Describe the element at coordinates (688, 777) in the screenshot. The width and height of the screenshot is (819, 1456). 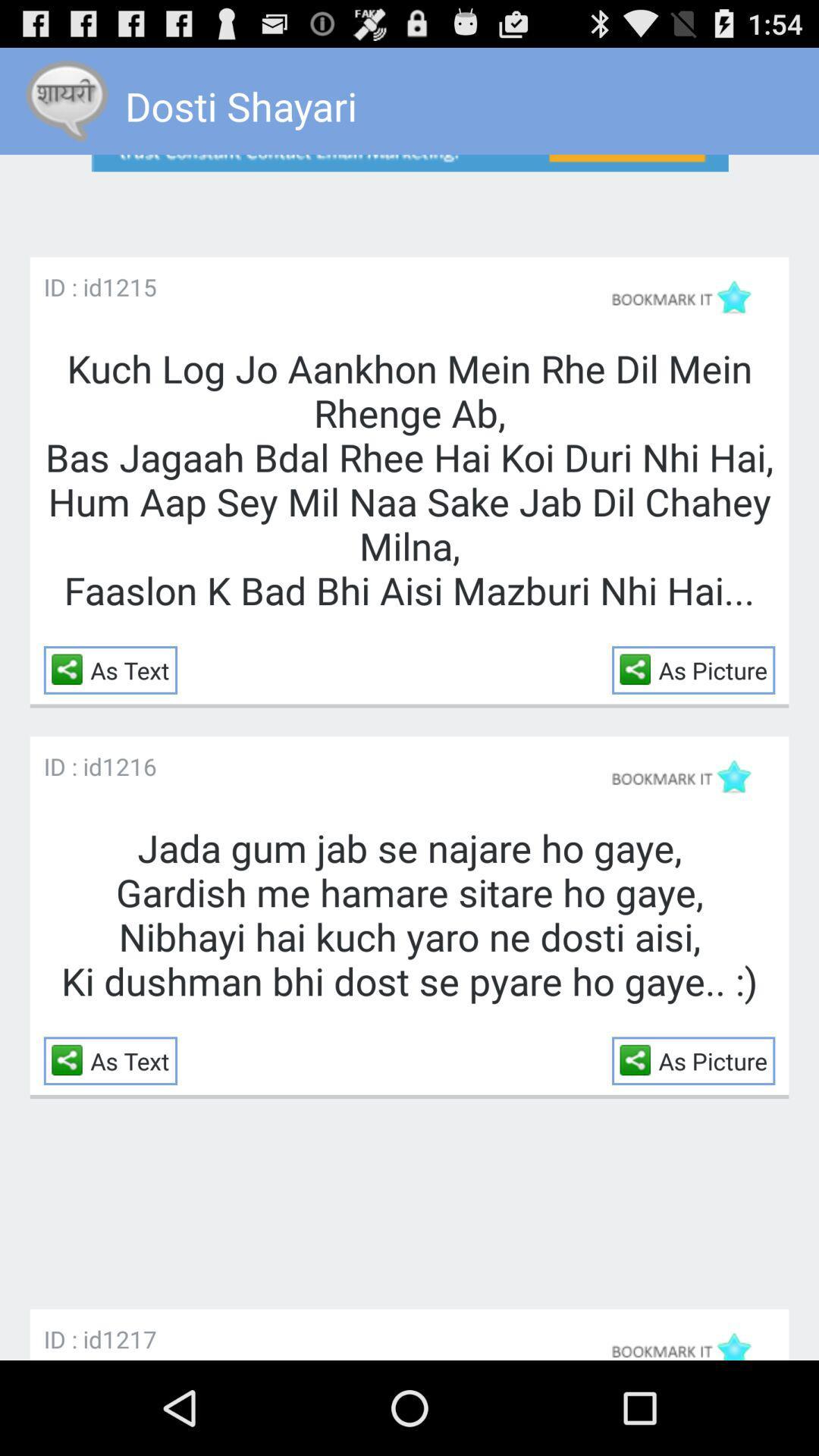
I see `bookmark this` at that location.